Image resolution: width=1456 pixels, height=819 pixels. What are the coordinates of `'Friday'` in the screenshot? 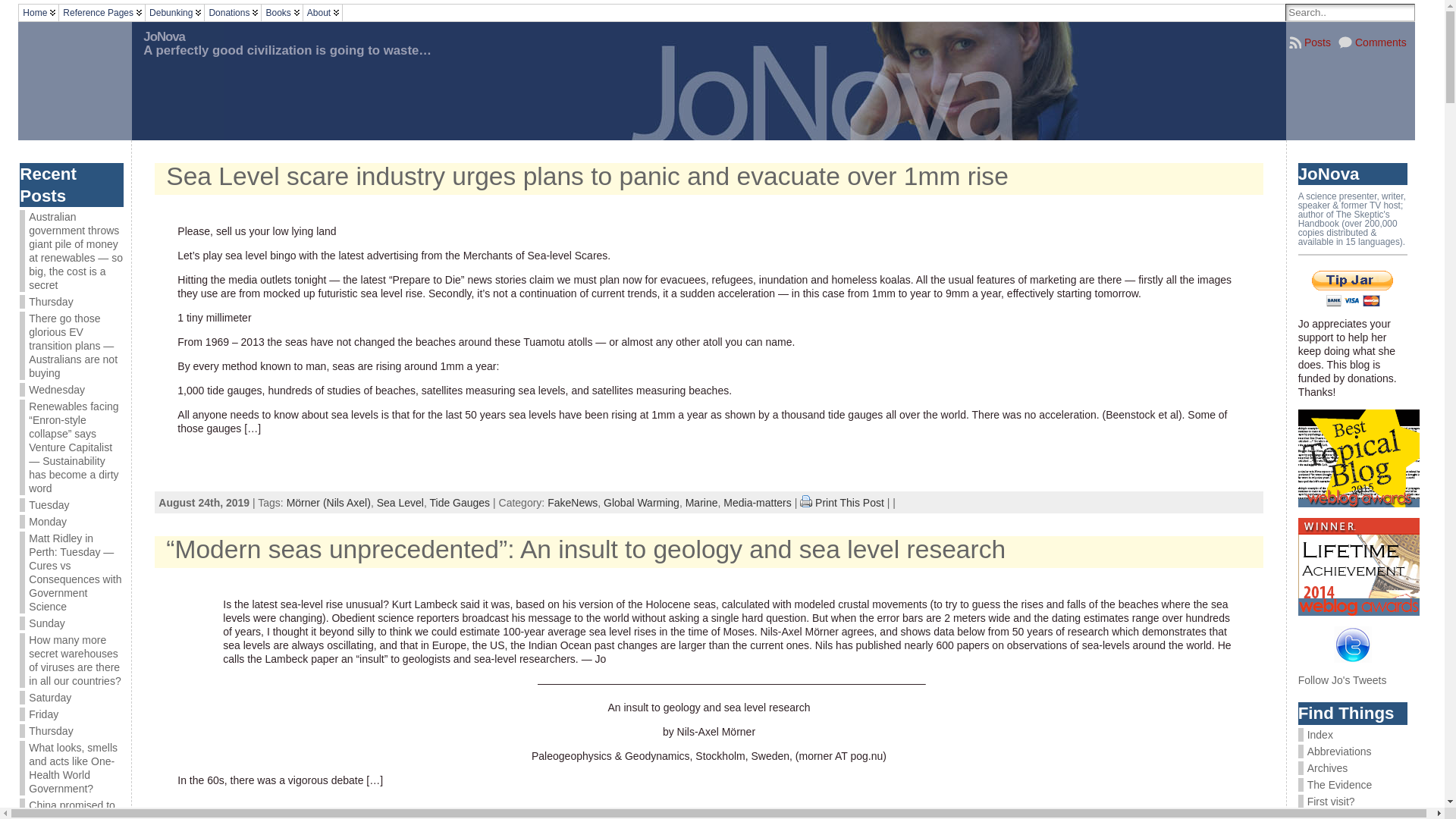 It's located at (29, 714).